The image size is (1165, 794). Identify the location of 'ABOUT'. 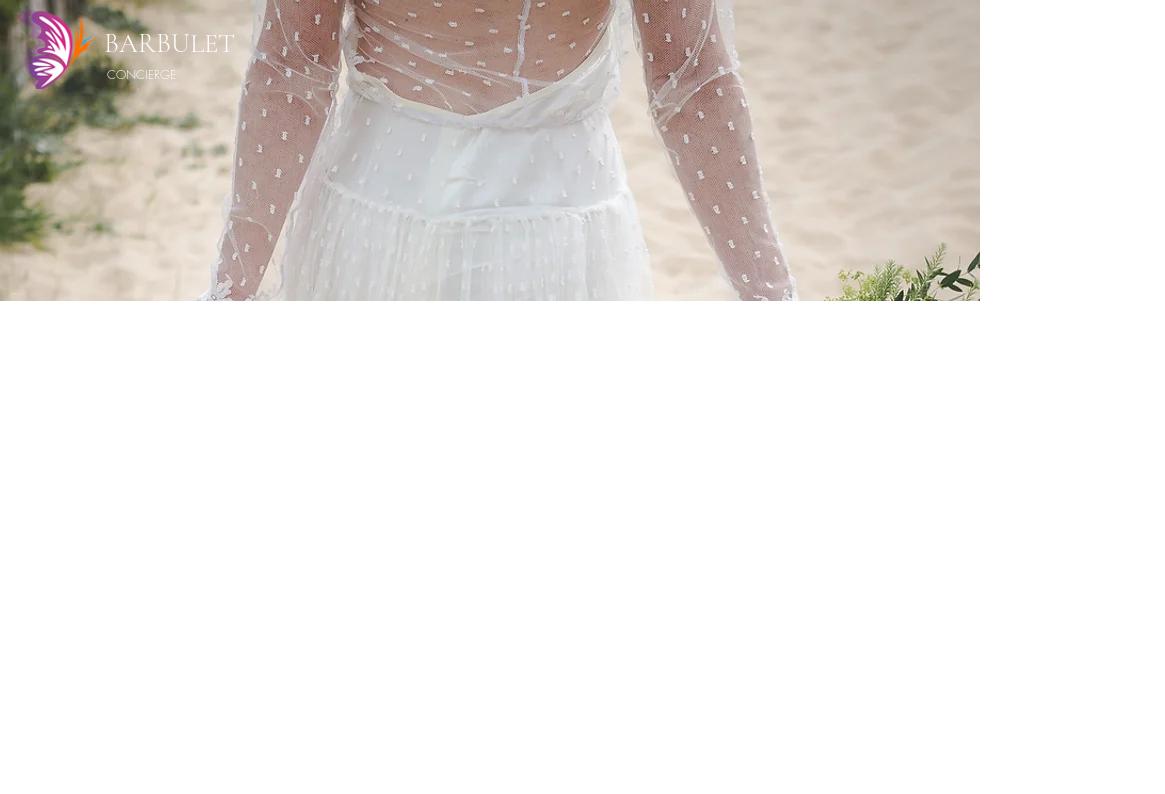
(654, 50).